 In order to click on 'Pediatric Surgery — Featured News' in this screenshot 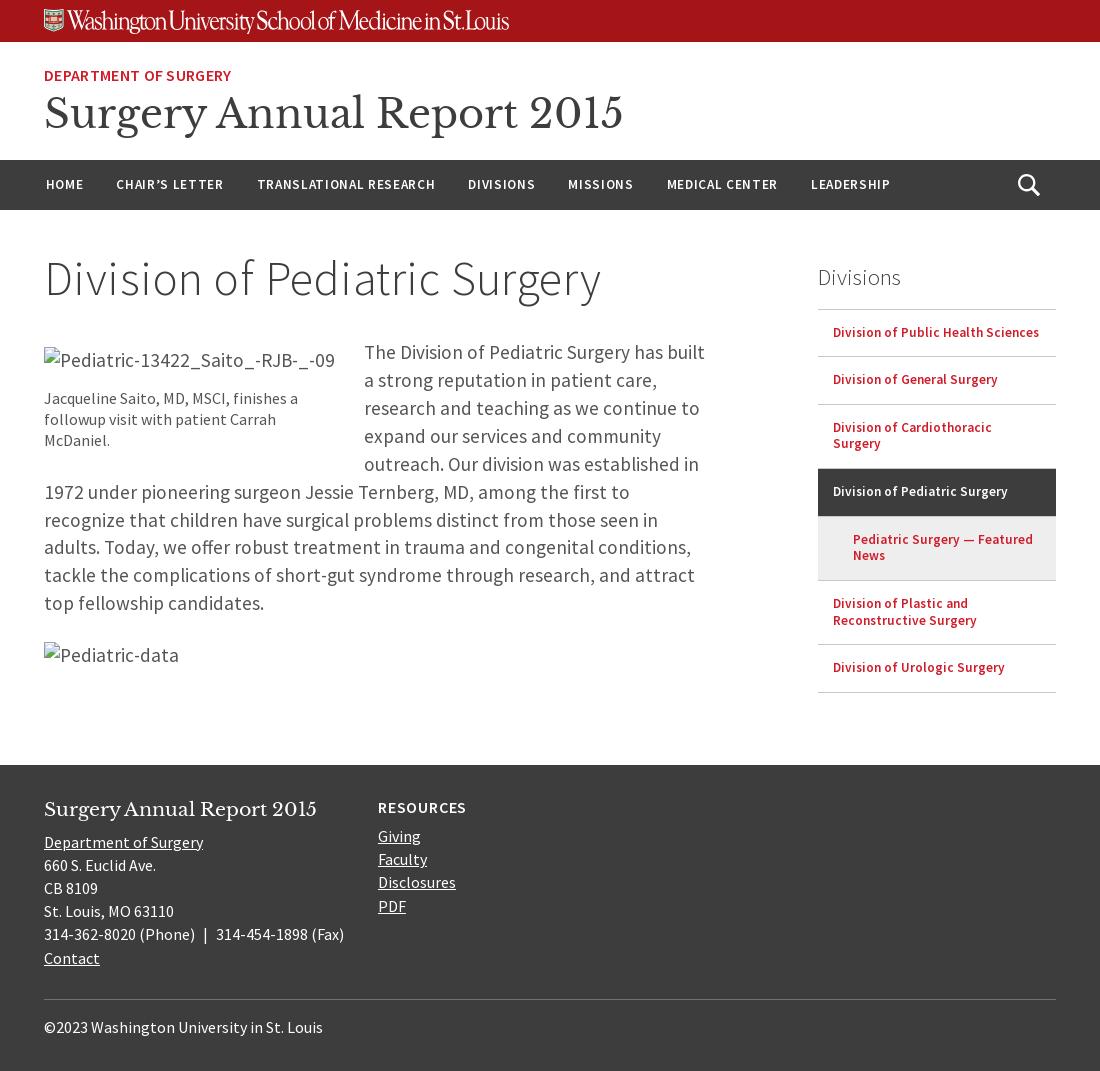, I will do `click(943, 546)`.